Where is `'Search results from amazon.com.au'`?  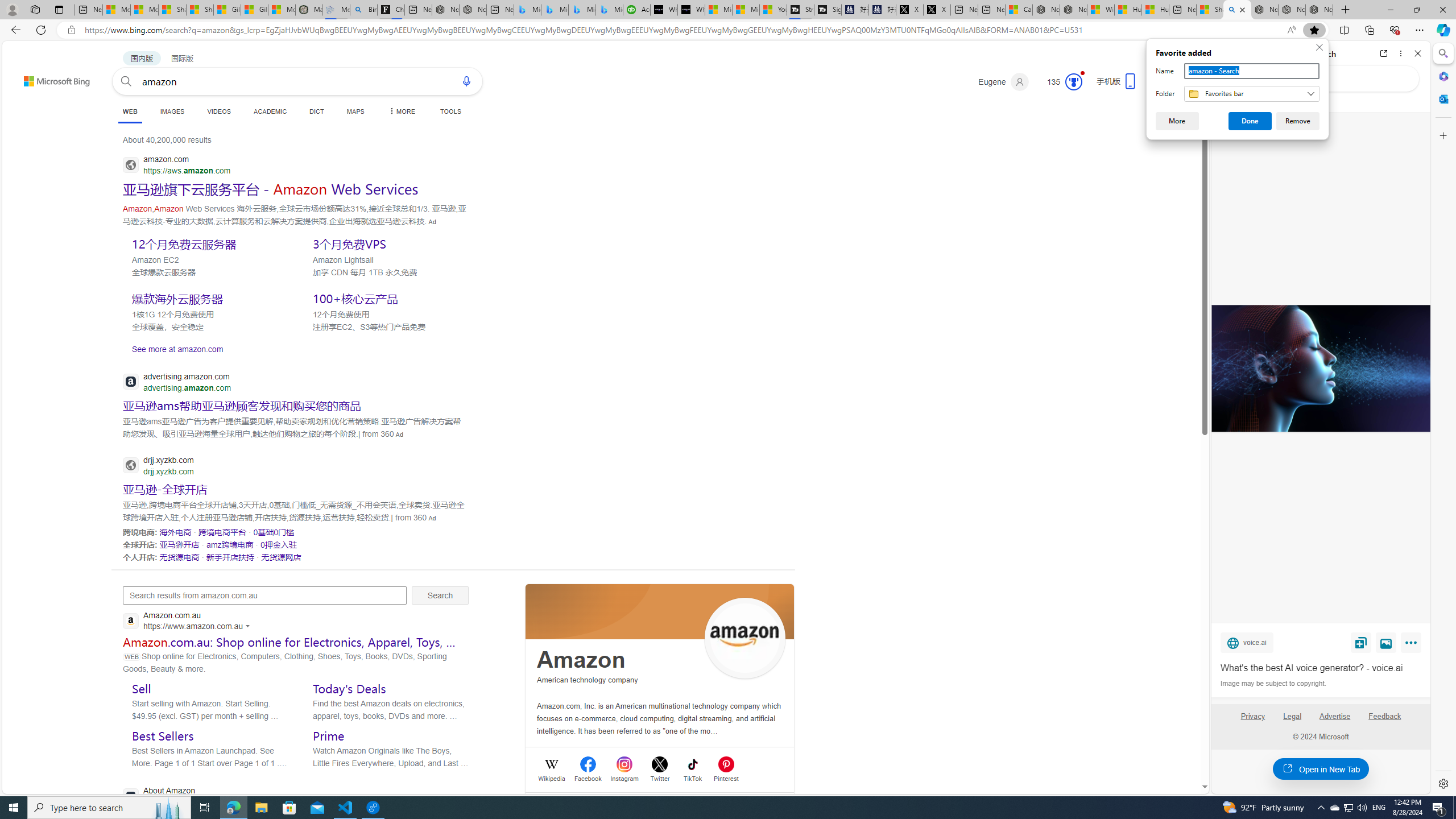 'Search results from amazon.com.au' is located at coordinates (264, 594).